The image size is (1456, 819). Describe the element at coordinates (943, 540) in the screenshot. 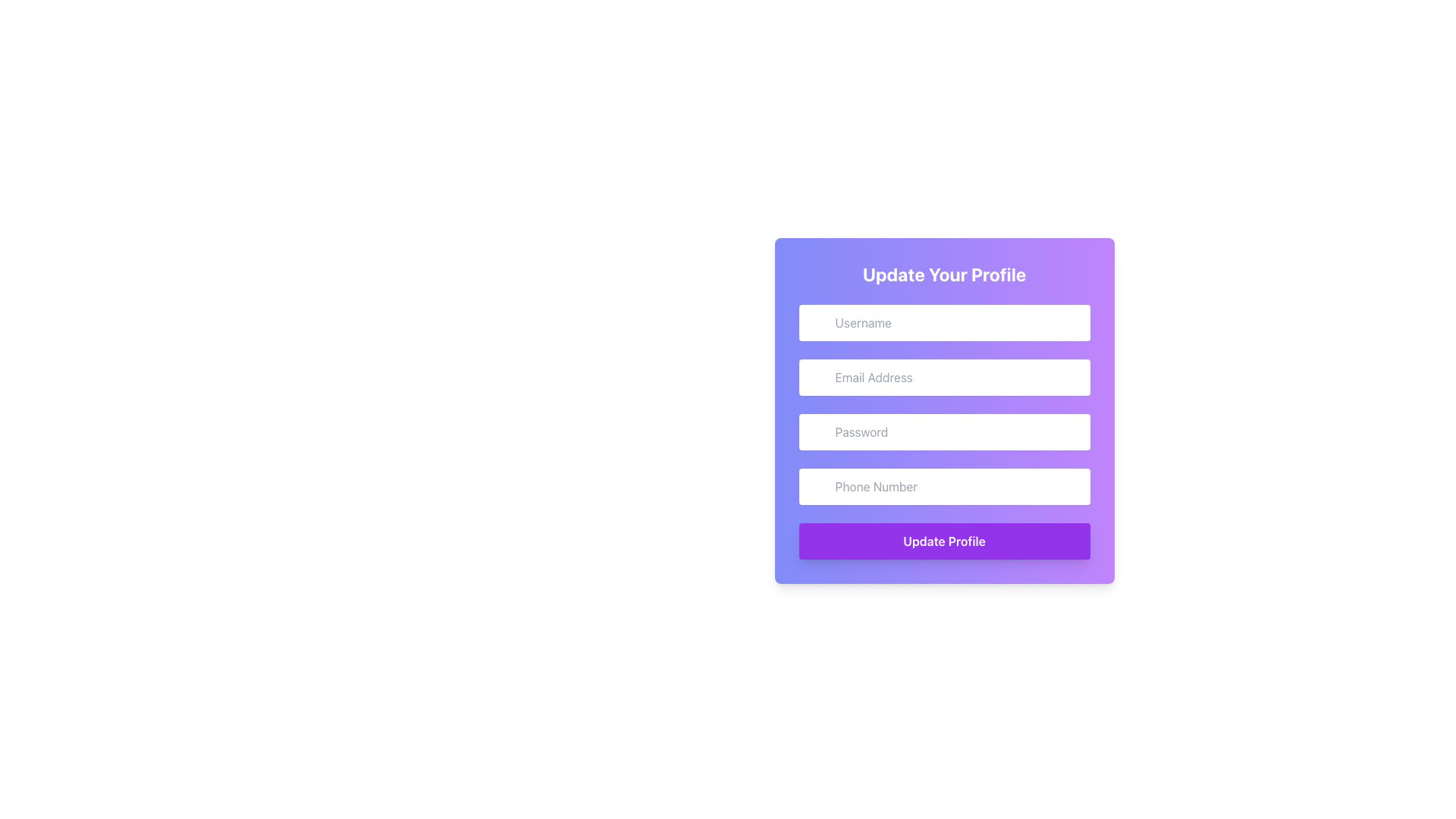

I see `the submission button for the profile update form to change its appearance` at that location.